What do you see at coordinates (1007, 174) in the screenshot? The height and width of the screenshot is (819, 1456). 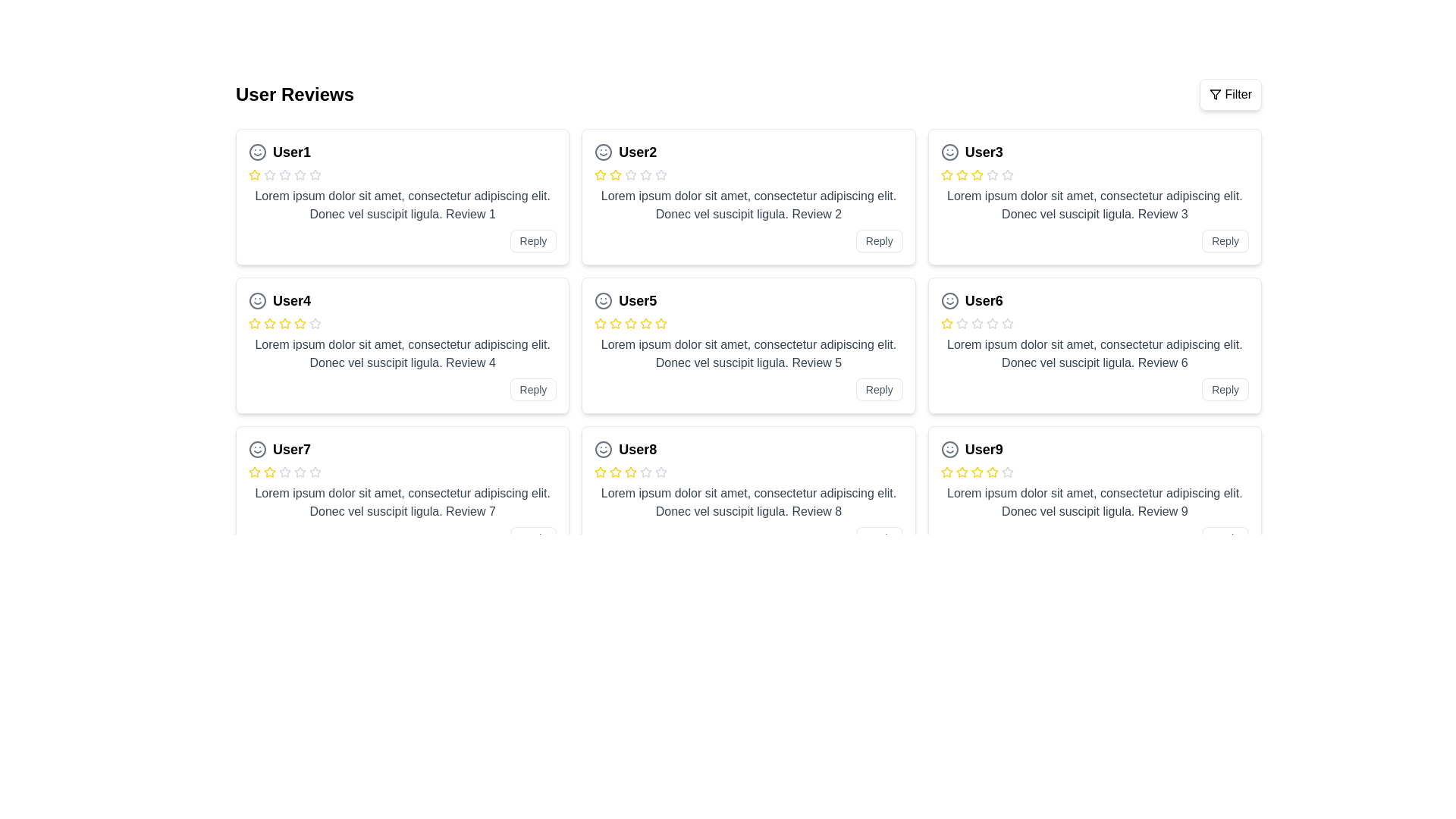 I see `the third star` at bounding box center [1007, 174].